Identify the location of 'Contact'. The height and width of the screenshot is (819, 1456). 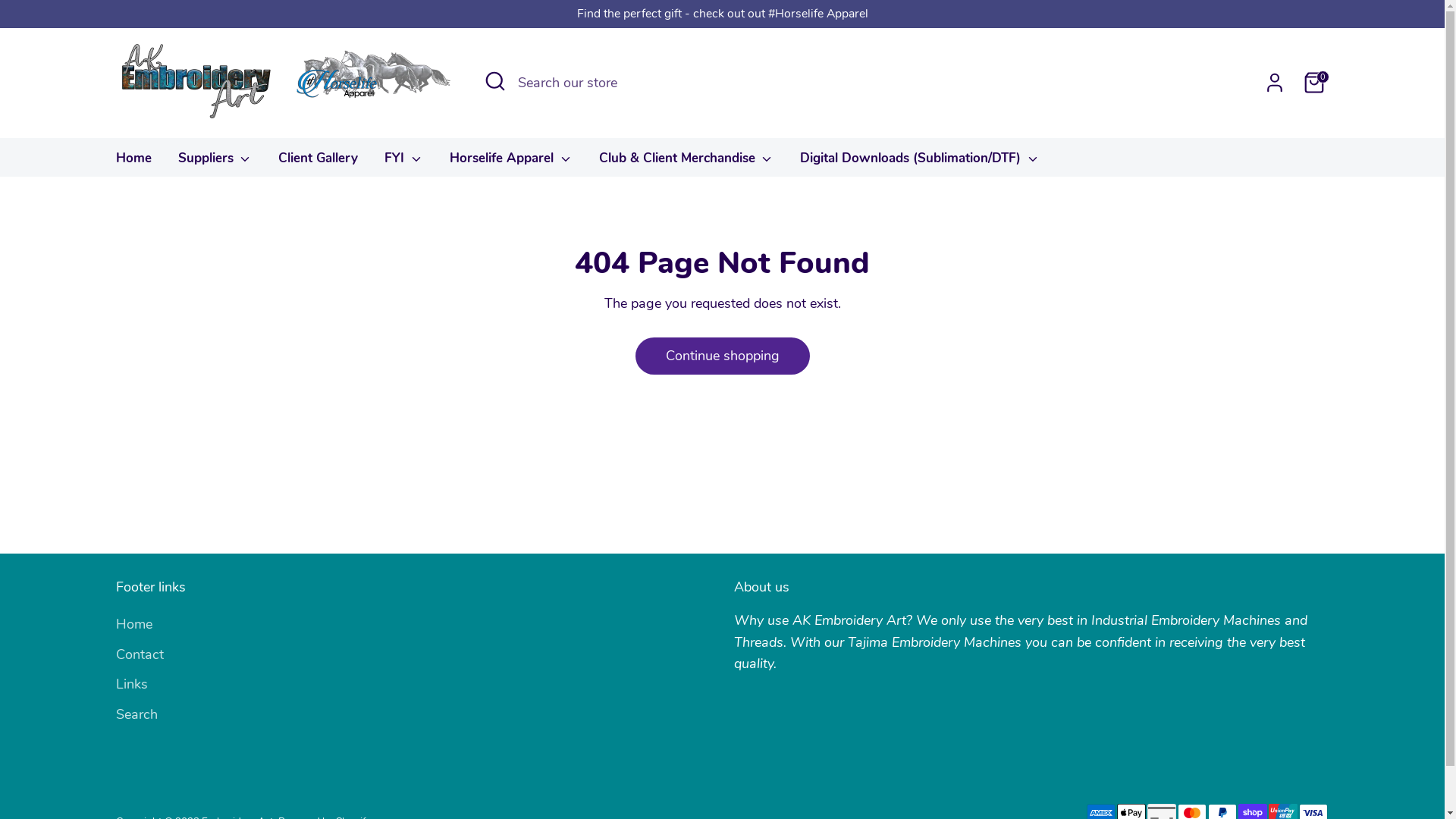
(115, 654).